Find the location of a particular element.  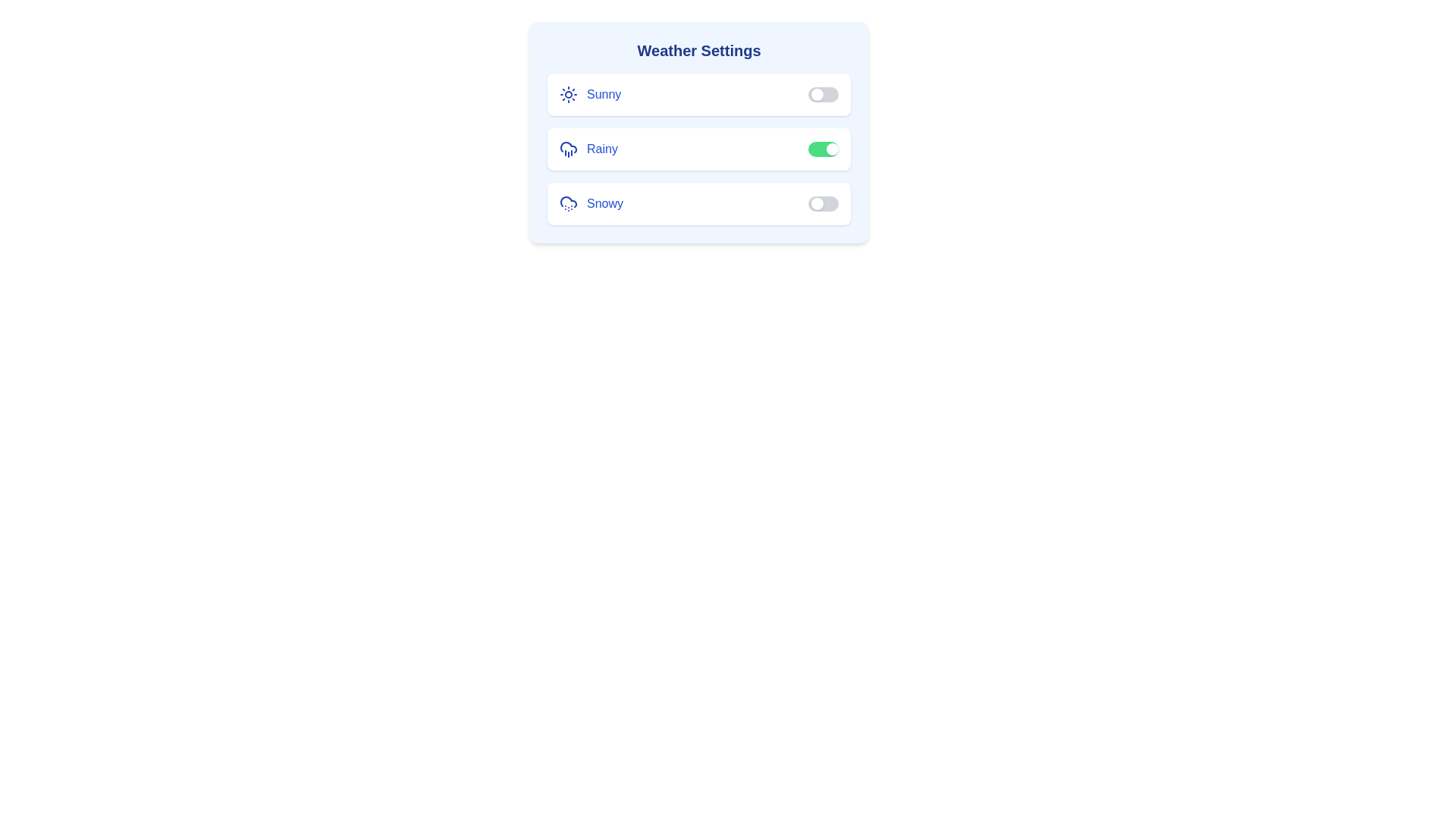

the 'Sunny' text label element, which is styled with a medium-weight font and blue color, located in the 'Weather Settings' section between a sun icon and a toggle switch is located at coordinates (603, 94).